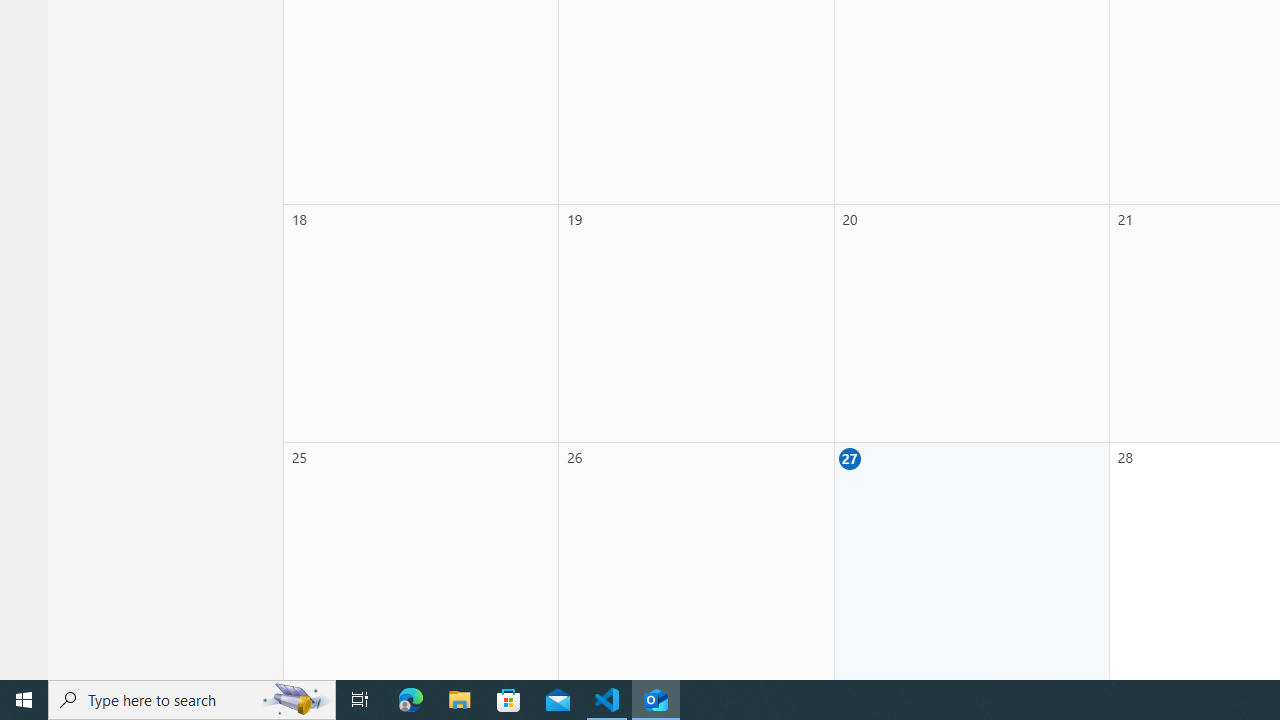  What do you see at coordinates (24, 698) in the screenshot?
I see `'Start'` at bounding box center [24, 698].